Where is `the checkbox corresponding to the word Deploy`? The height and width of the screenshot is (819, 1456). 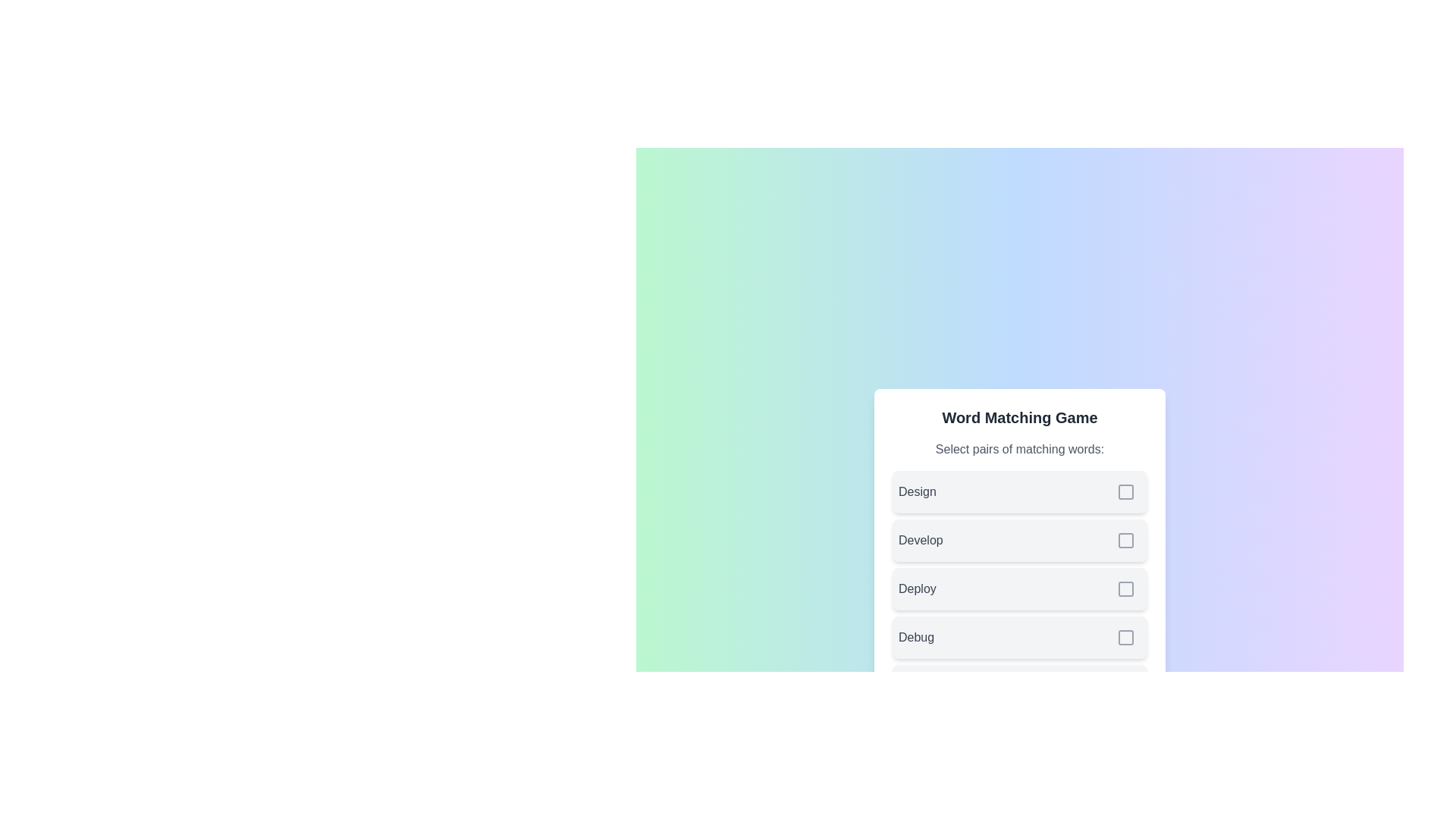 the checkbox corresponding to the word Deploy is located at coordinates (1125, 588).